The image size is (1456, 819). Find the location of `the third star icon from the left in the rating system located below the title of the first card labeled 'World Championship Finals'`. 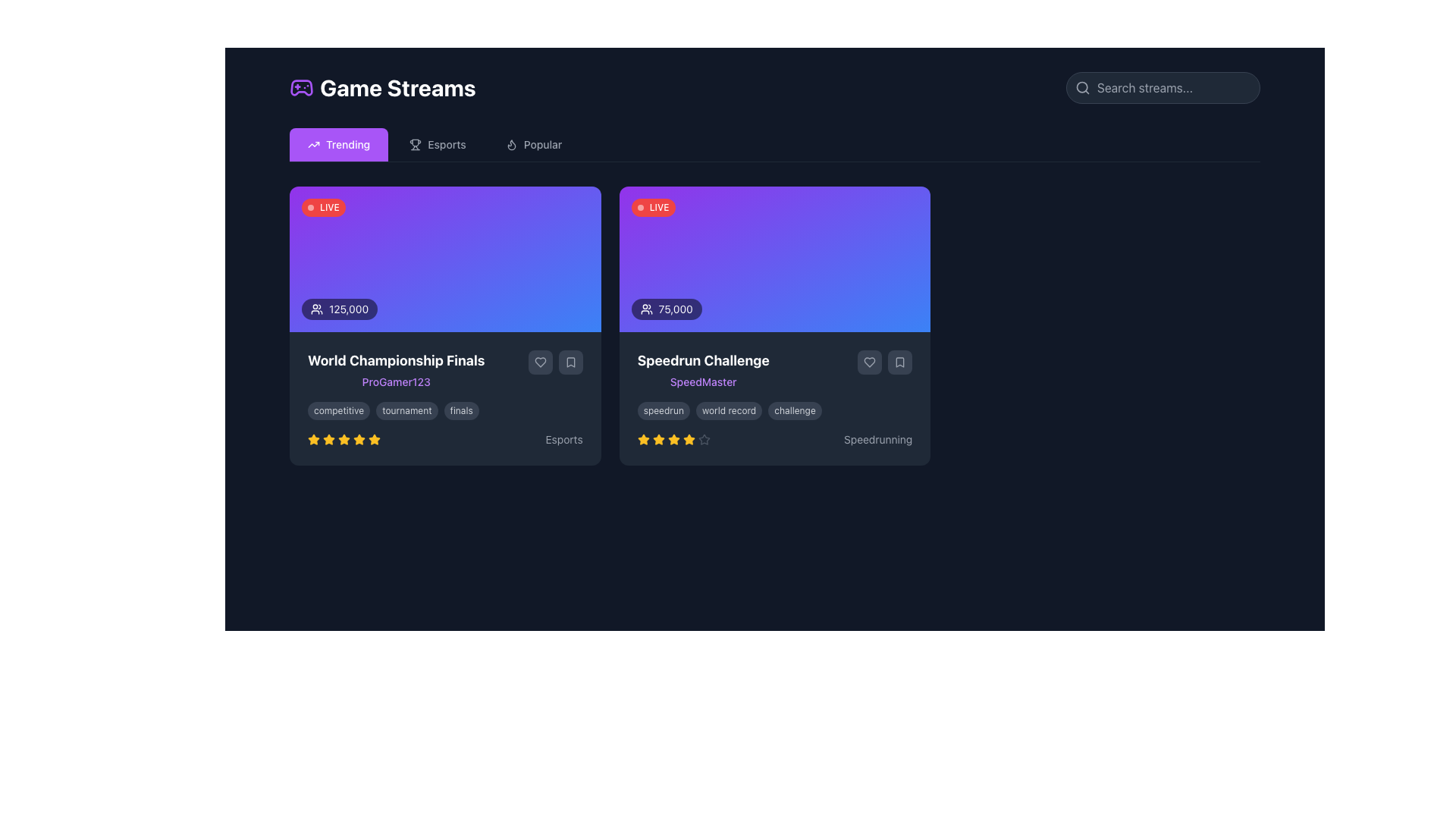

the third star icon from the left in the rating system located below the title of the first card labeled 'World Championship Finals' is located at coordinates (328, 439).